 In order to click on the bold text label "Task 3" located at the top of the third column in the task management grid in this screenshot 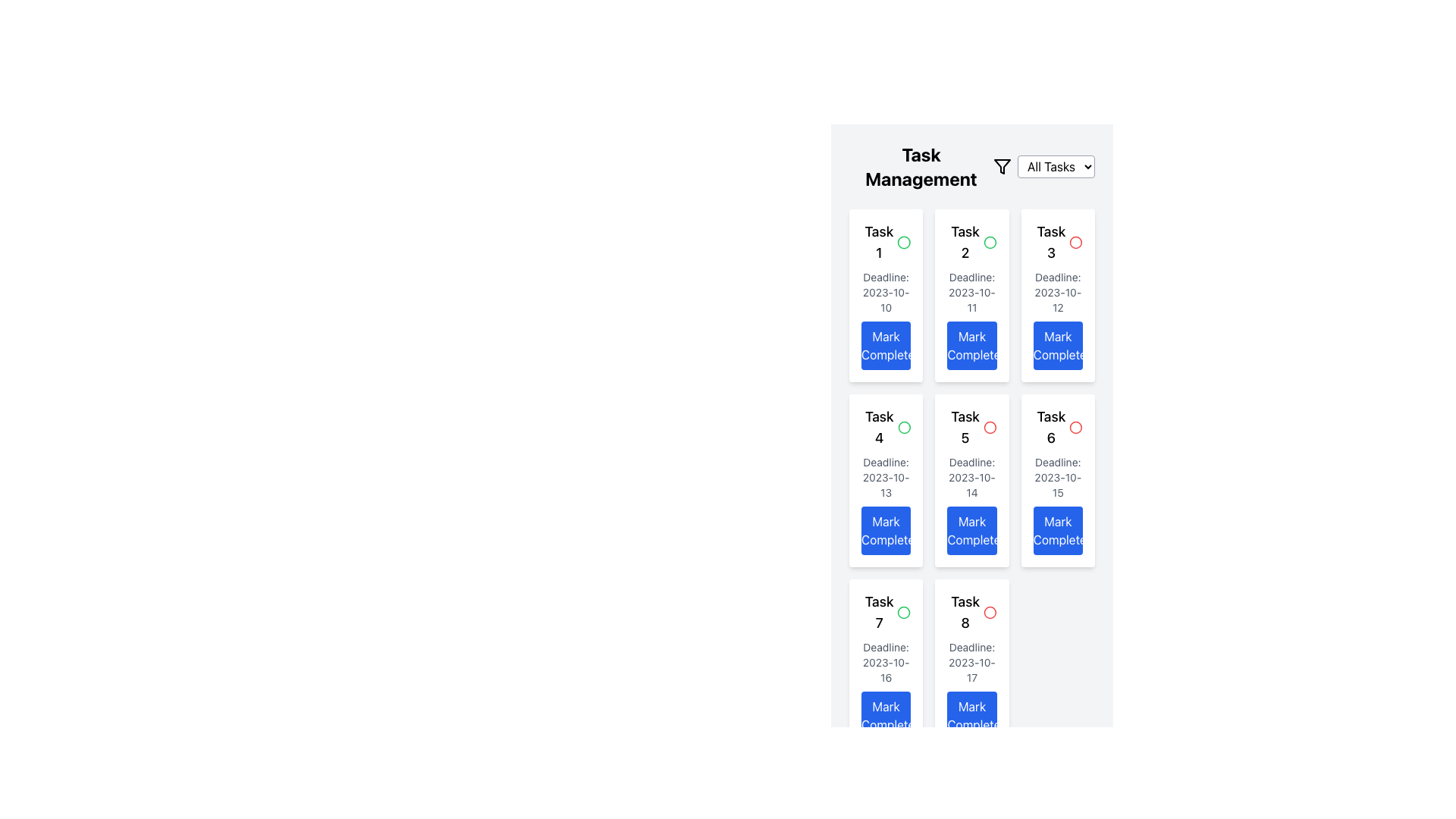, I will do `click(1050, 242)`.